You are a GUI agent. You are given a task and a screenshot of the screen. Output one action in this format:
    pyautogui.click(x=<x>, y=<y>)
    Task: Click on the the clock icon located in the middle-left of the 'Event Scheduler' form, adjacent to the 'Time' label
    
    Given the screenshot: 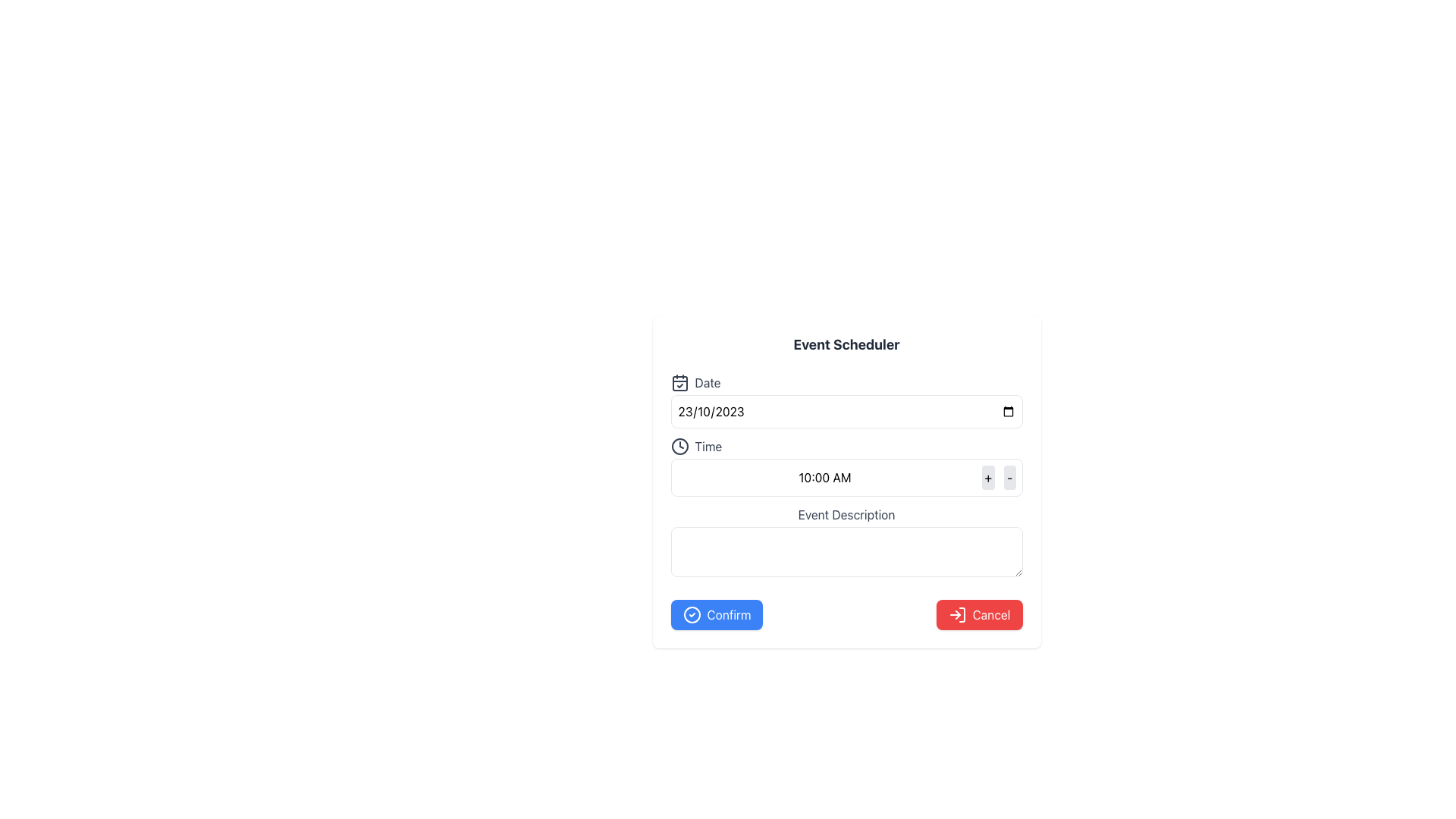 What is the action you would take?
    pyautogui.click(x=679, y=446)
    